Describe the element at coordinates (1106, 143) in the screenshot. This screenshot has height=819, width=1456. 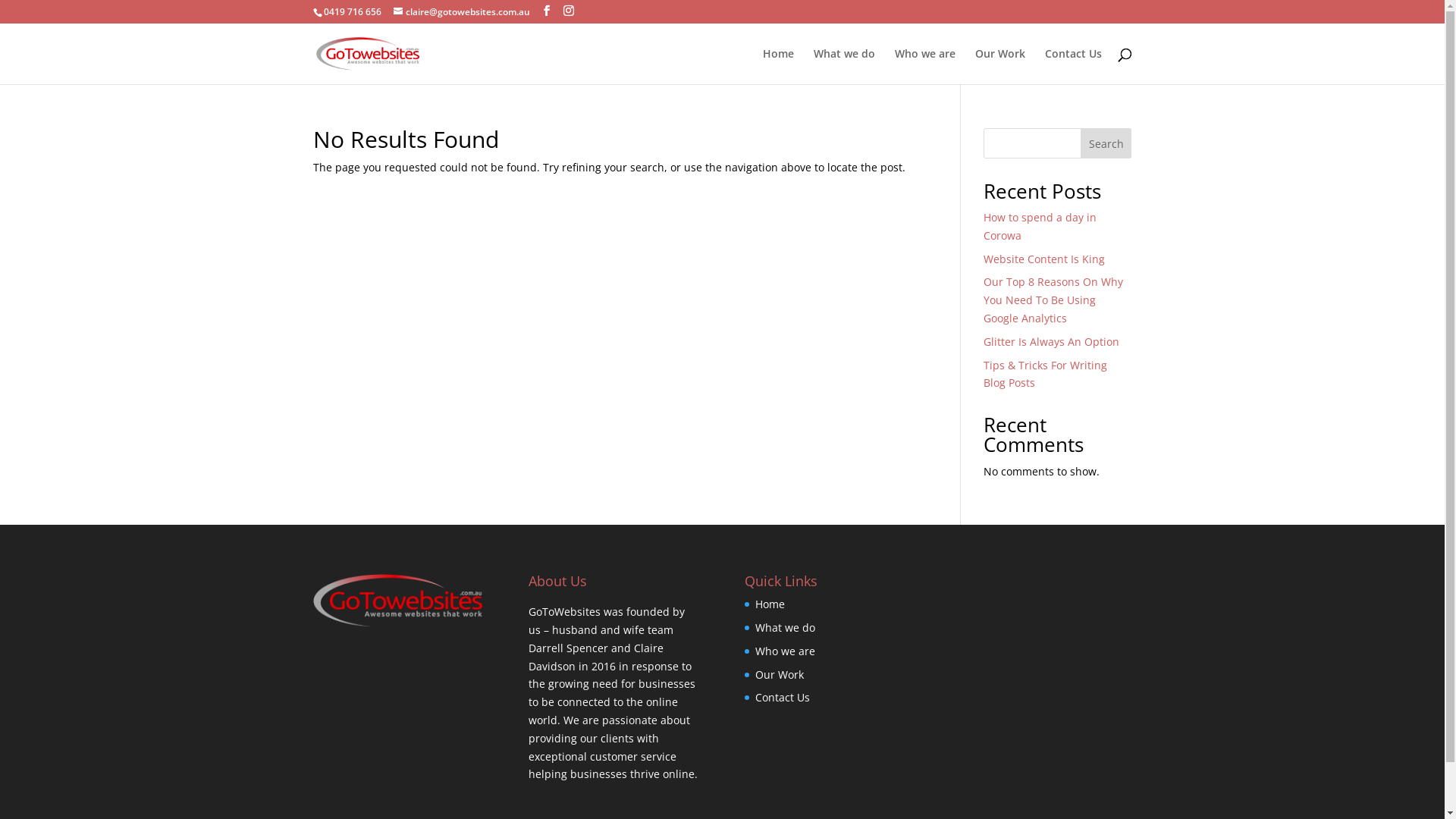
I see `'Search'` at that location.